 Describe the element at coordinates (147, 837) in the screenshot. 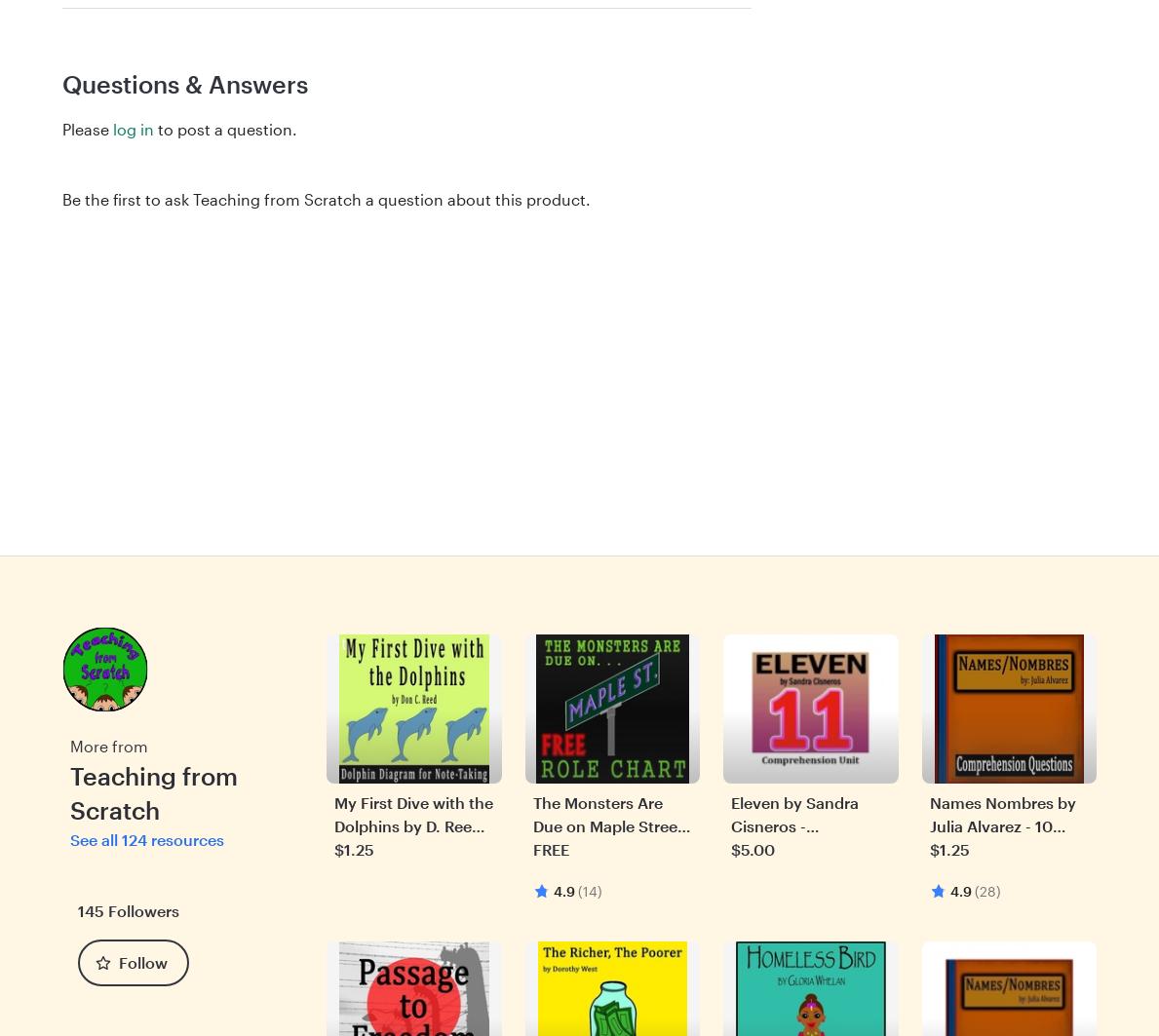

I see `'See all 124 resources'` at that location.